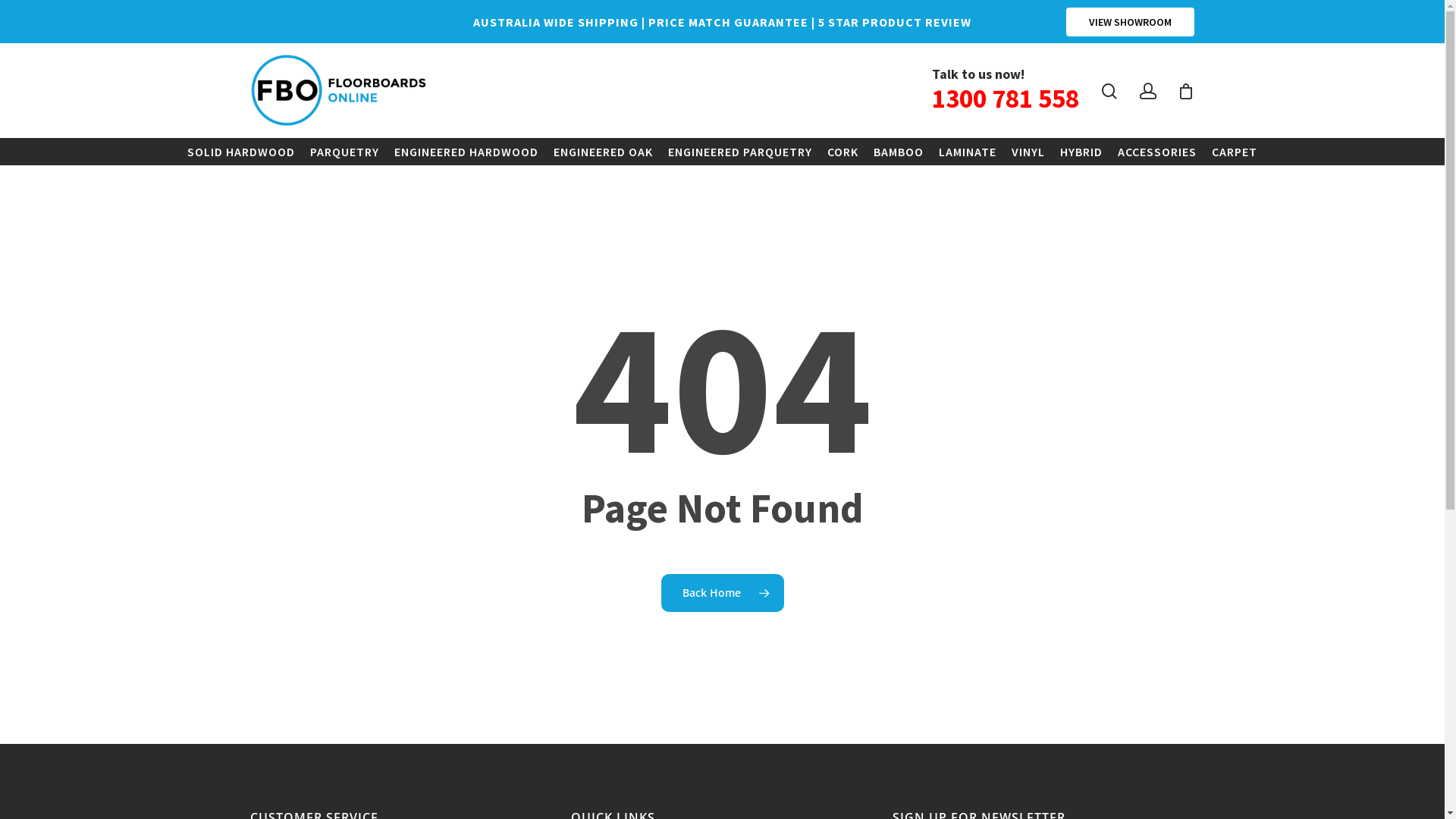 The width and height of the screenshot is (1456, 819). Describe the element at coordinates (386, 152) in the screenshot. I see `'ENGINEERED HARDWOOD'` at that location.